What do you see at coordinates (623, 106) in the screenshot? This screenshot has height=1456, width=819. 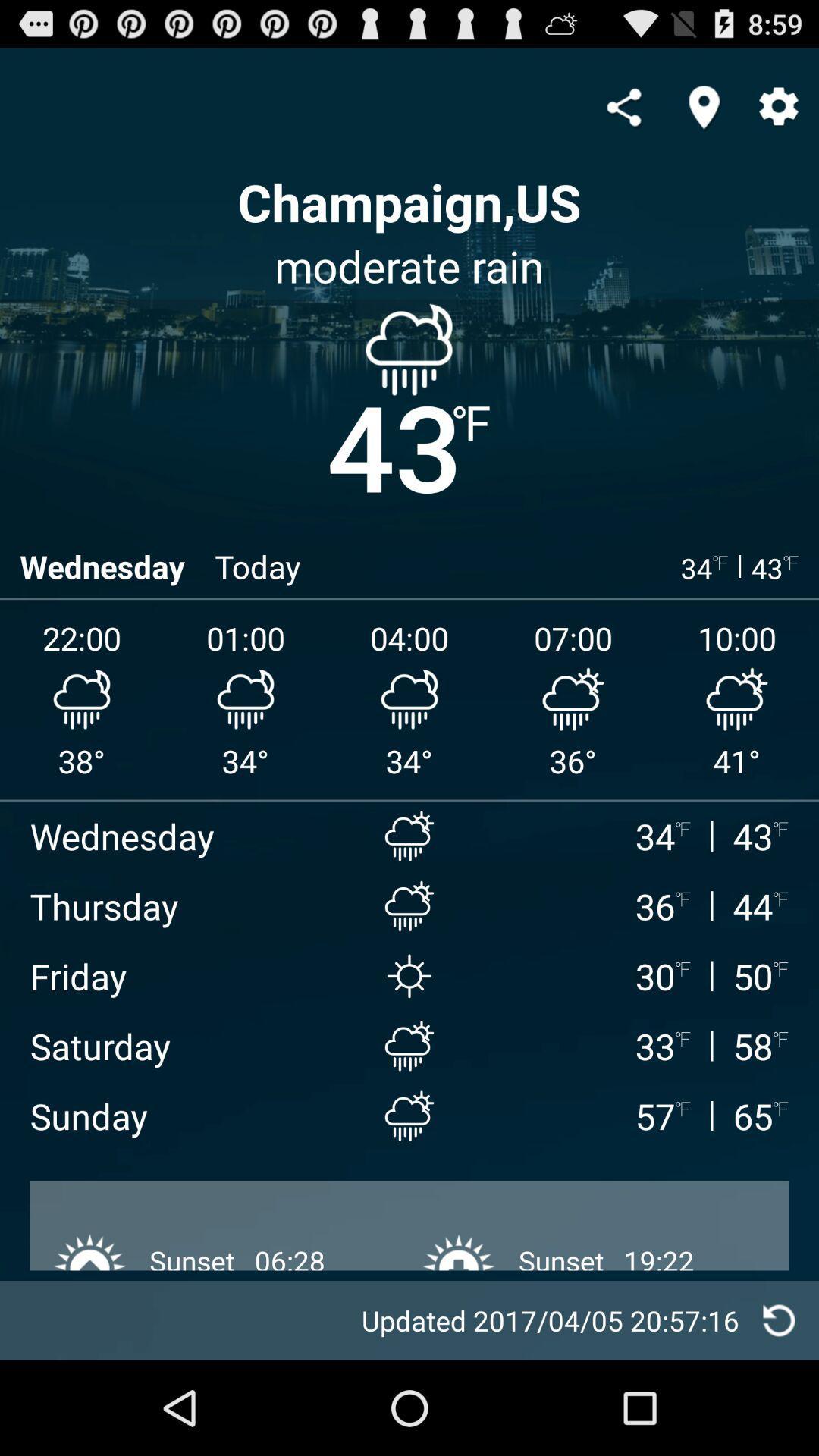 I see `click on sharing icon` at bounding box center [623, 106].